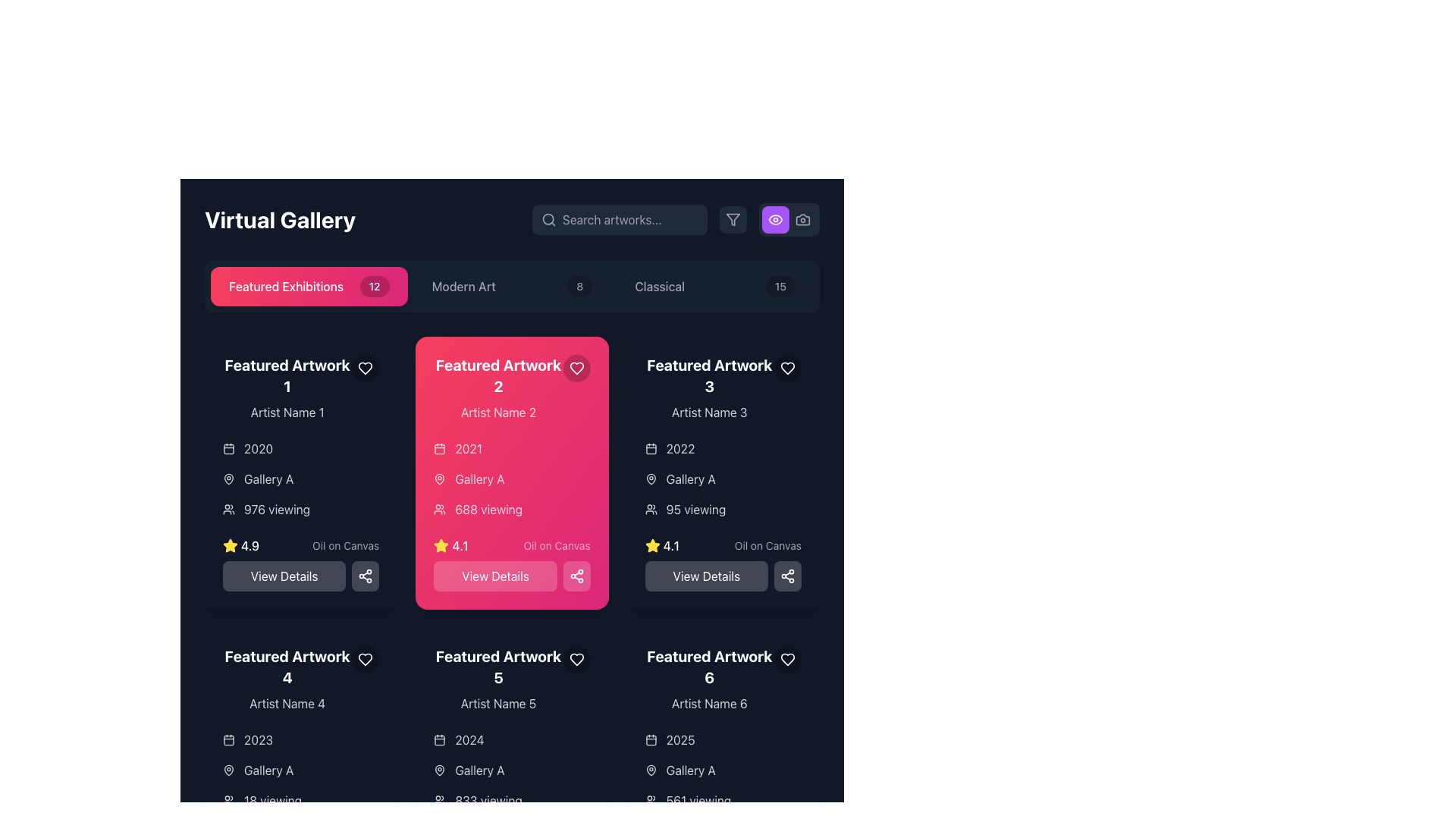  I want to click on the heart-shaped icon button in the top-right corner of the 'Featured Artwork 2' card, so click(576, 369).